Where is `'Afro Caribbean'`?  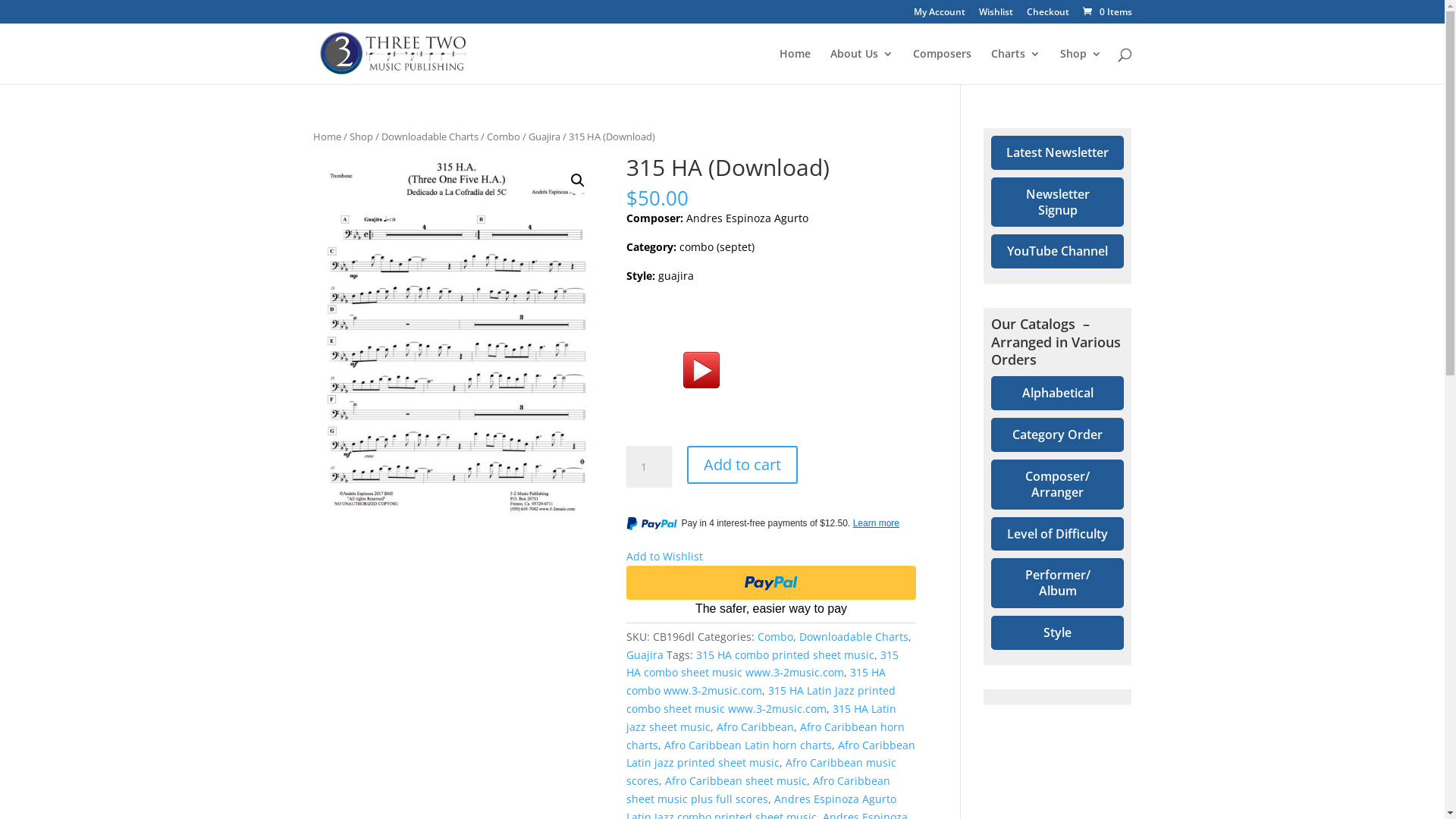
'Afro Caribbean' is located at coordinates (755, 726).